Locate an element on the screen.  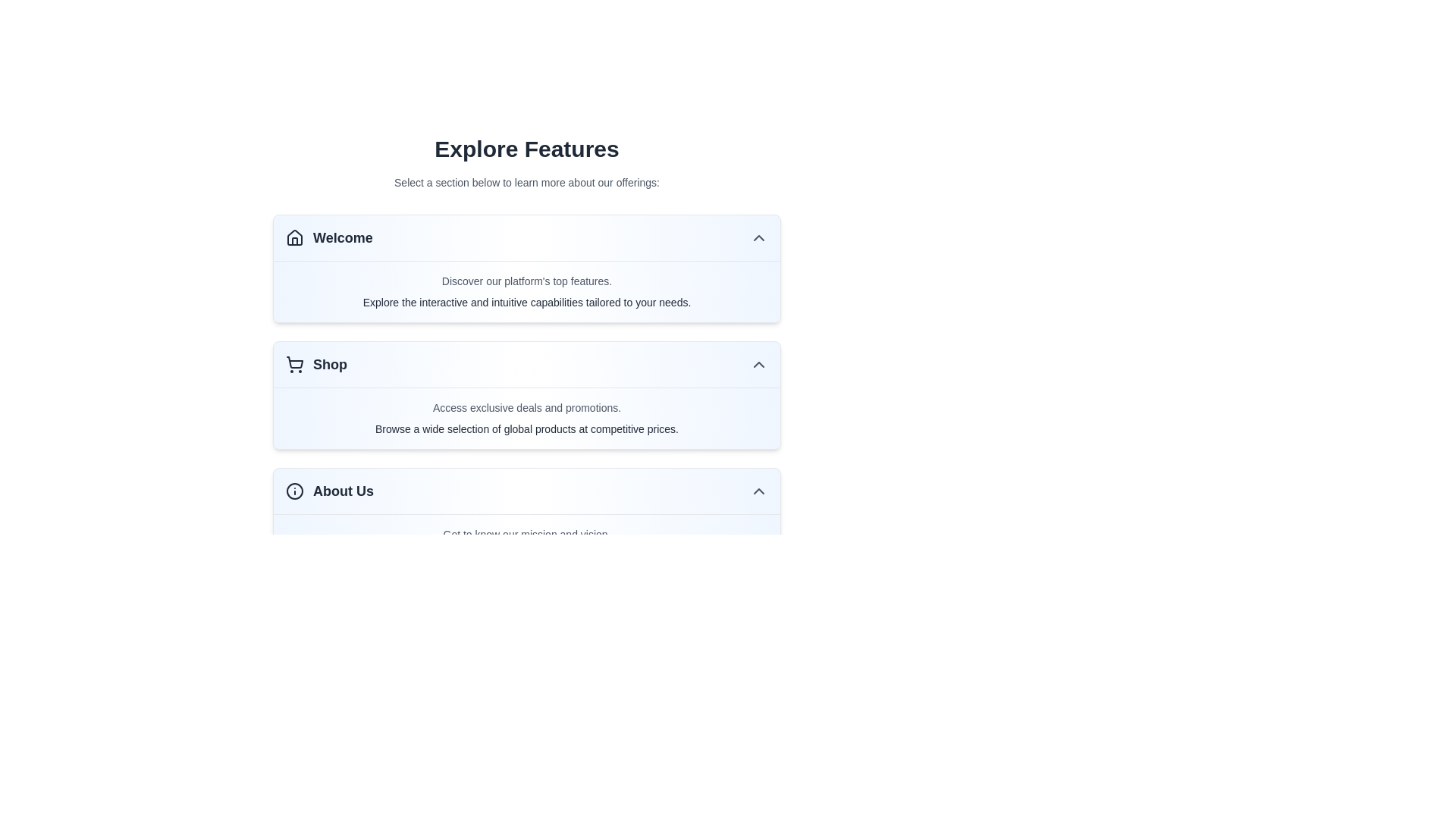
the 'Welcome' icon, which is located next to the 'Welcome' text label in the first card of the interface, positioned at the topmost section among three cards is located at coordinates (294, 237).